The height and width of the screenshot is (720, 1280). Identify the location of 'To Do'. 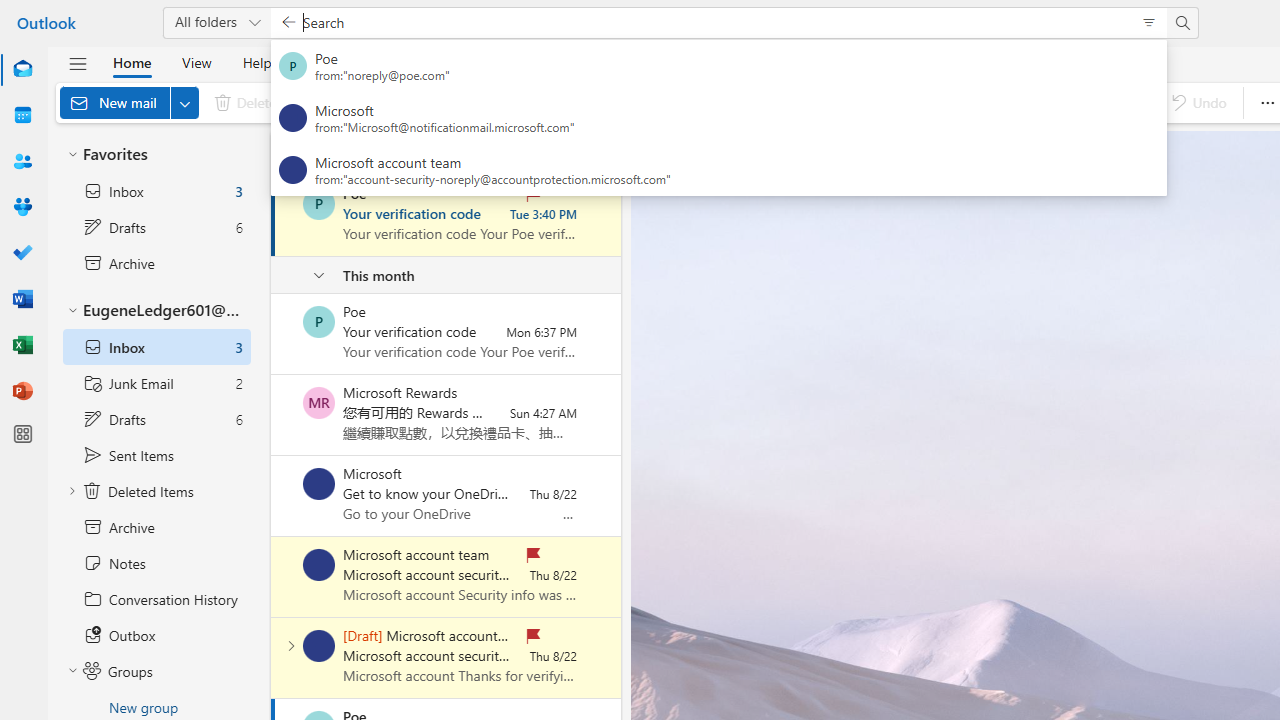
(23, 253).